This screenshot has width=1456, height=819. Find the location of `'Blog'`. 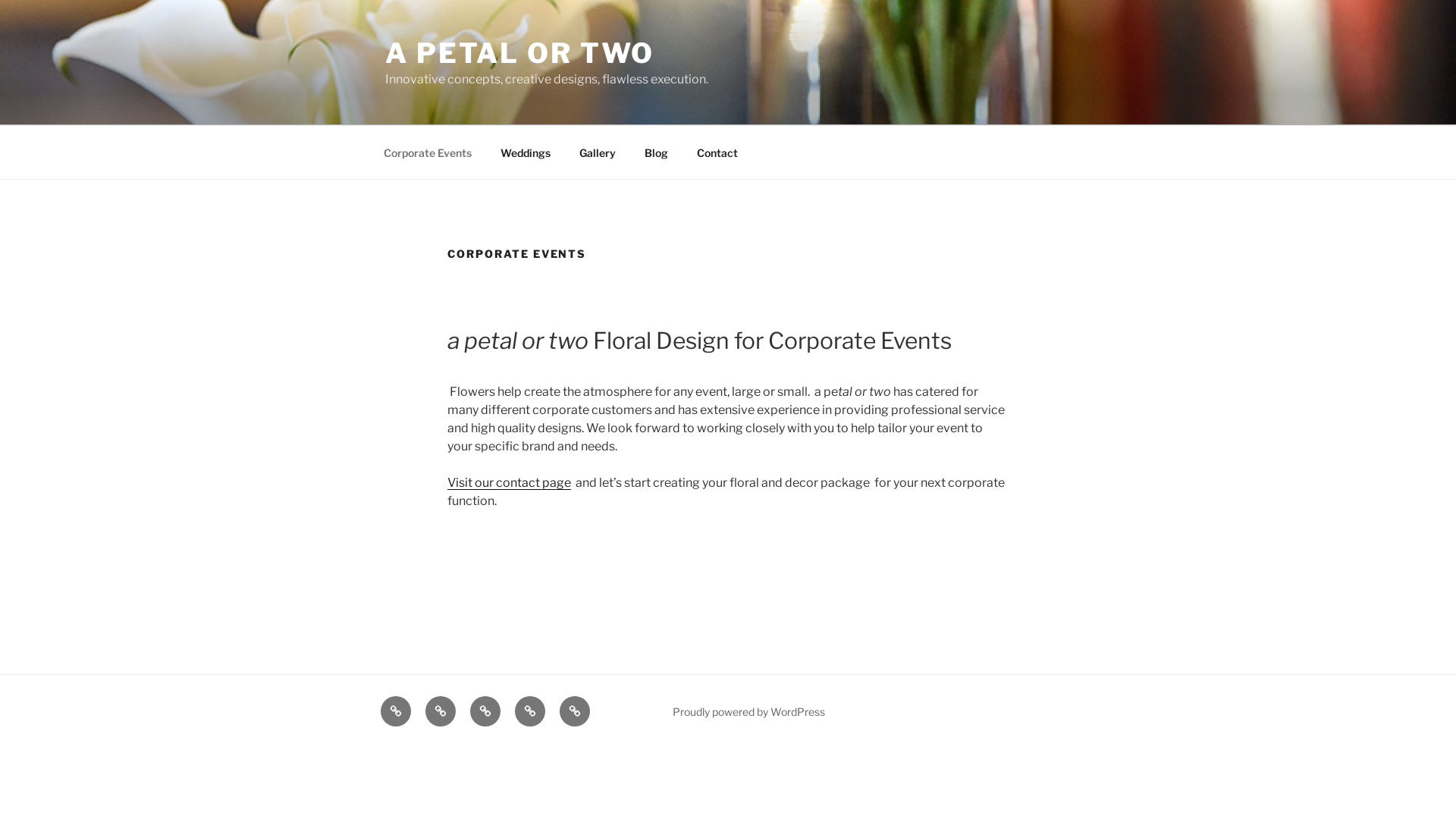

'Blog' is located at coordinates (530, 711).